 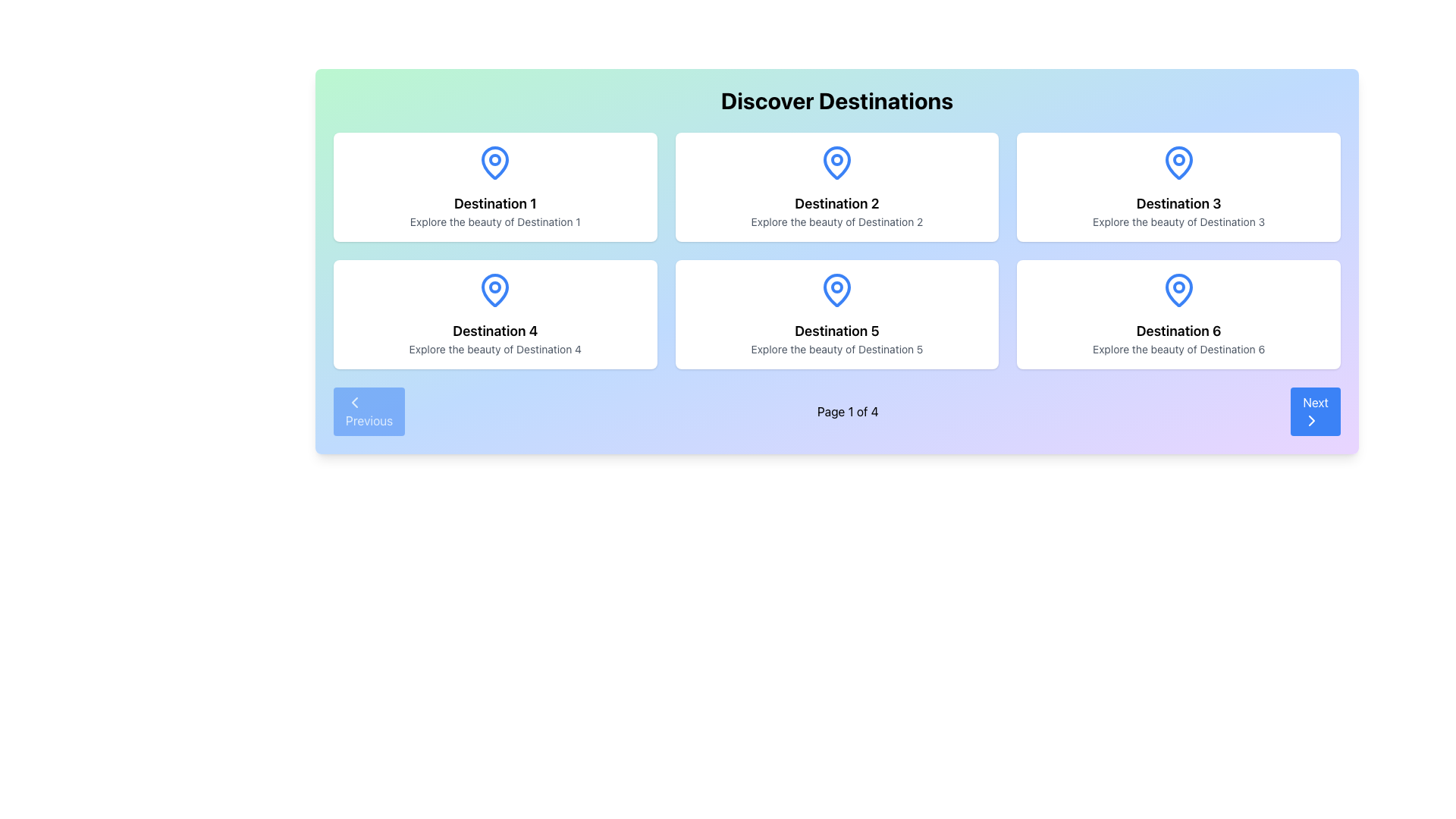 What do you see at coordinates (495, 163) in the screenshot?
I see `the geographical icon indicating 'Destination 1' located in the first card of the grid layout` at bounding box center [495, 163].